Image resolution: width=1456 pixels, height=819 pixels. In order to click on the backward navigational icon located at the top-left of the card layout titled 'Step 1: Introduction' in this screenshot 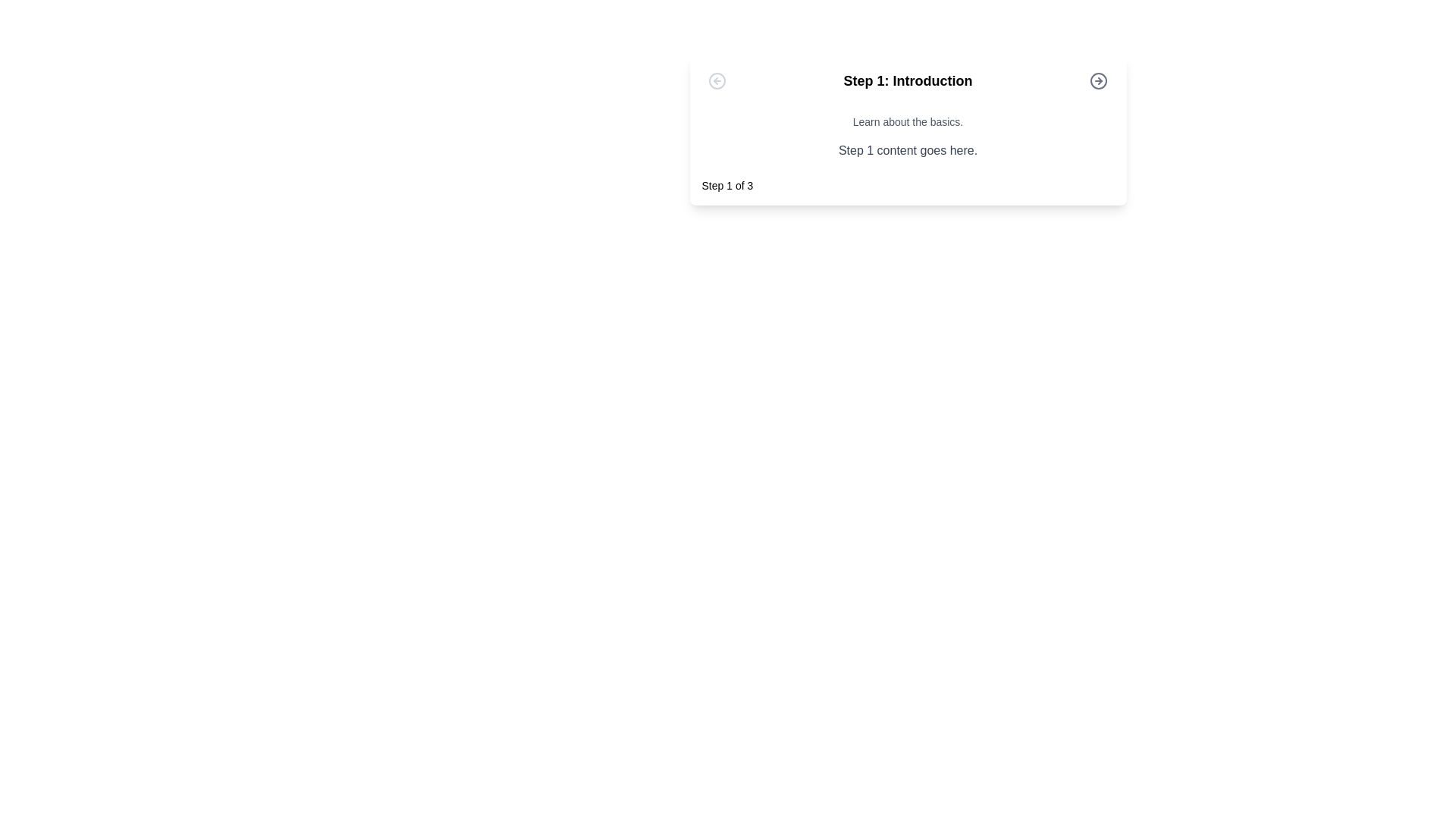, I will do `click(716, 81)`.